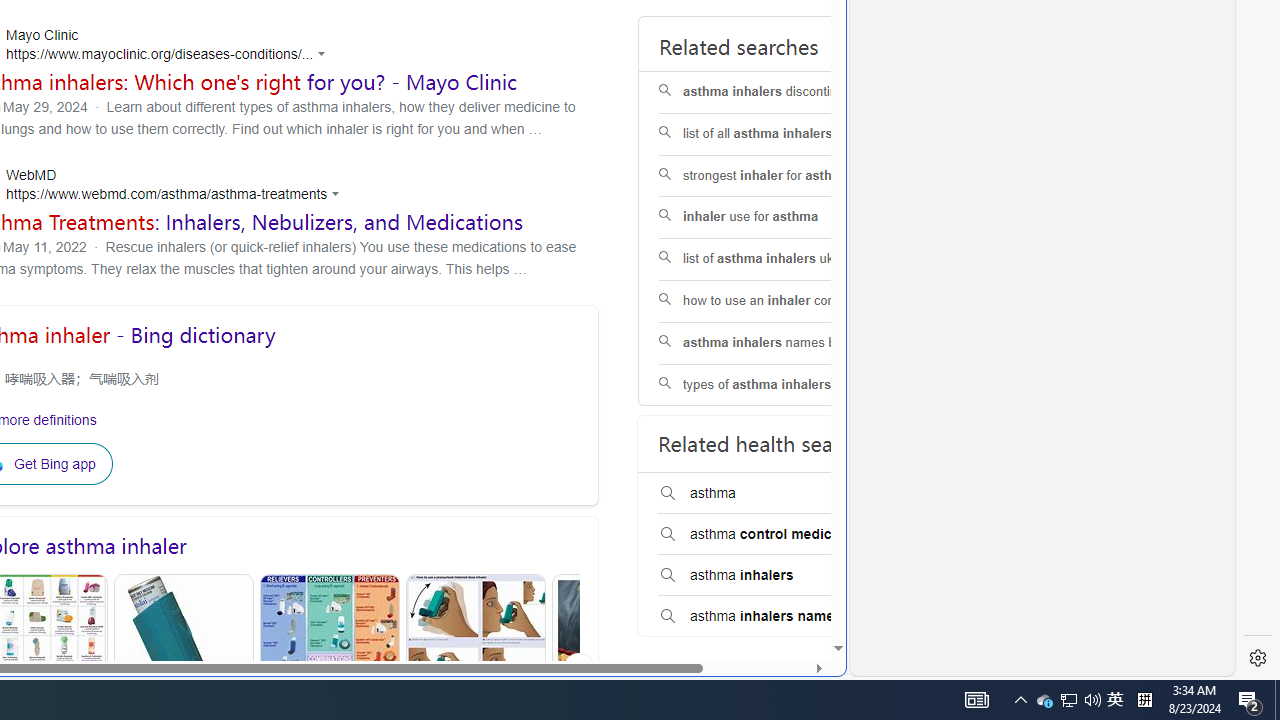 The image size is (1280, 720). I want to click on 'asthma control medicine', so click(784, 533).